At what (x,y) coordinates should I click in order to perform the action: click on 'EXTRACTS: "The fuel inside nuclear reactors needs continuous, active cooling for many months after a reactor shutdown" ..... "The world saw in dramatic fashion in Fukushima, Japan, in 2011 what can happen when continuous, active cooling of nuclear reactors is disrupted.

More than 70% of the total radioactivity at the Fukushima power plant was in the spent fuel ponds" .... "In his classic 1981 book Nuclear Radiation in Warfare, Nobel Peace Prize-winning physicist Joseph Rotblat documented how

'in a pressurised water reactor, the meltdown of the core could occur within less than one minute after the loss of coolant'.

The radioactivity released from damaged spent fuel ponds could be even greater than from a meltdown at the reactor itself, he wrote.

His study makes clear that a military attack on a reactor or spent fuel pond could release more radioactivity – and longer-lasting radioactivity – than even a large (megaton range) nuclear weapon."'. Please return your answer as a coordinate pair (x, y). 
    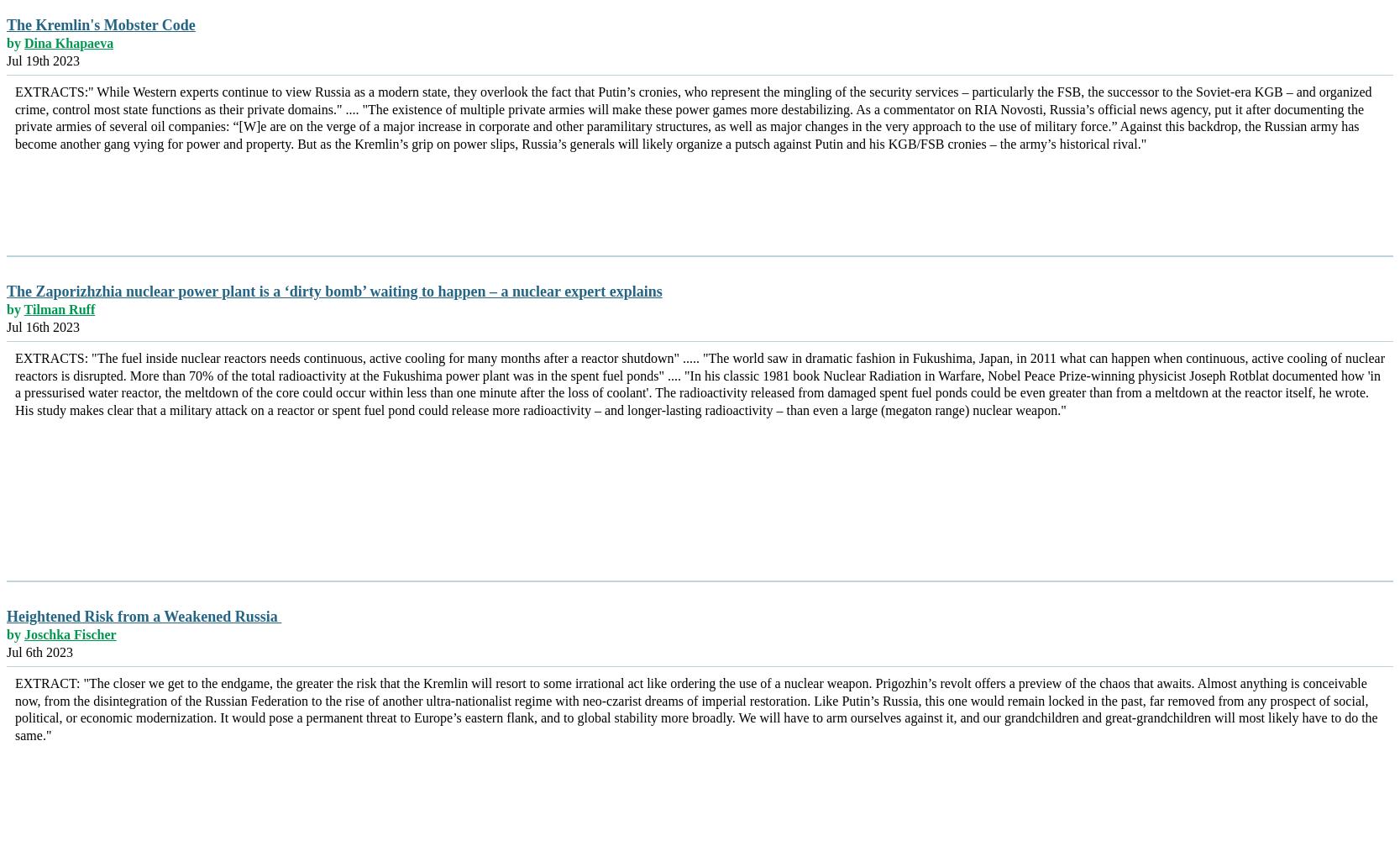
    Looking at the image, I should click on (700, 382).